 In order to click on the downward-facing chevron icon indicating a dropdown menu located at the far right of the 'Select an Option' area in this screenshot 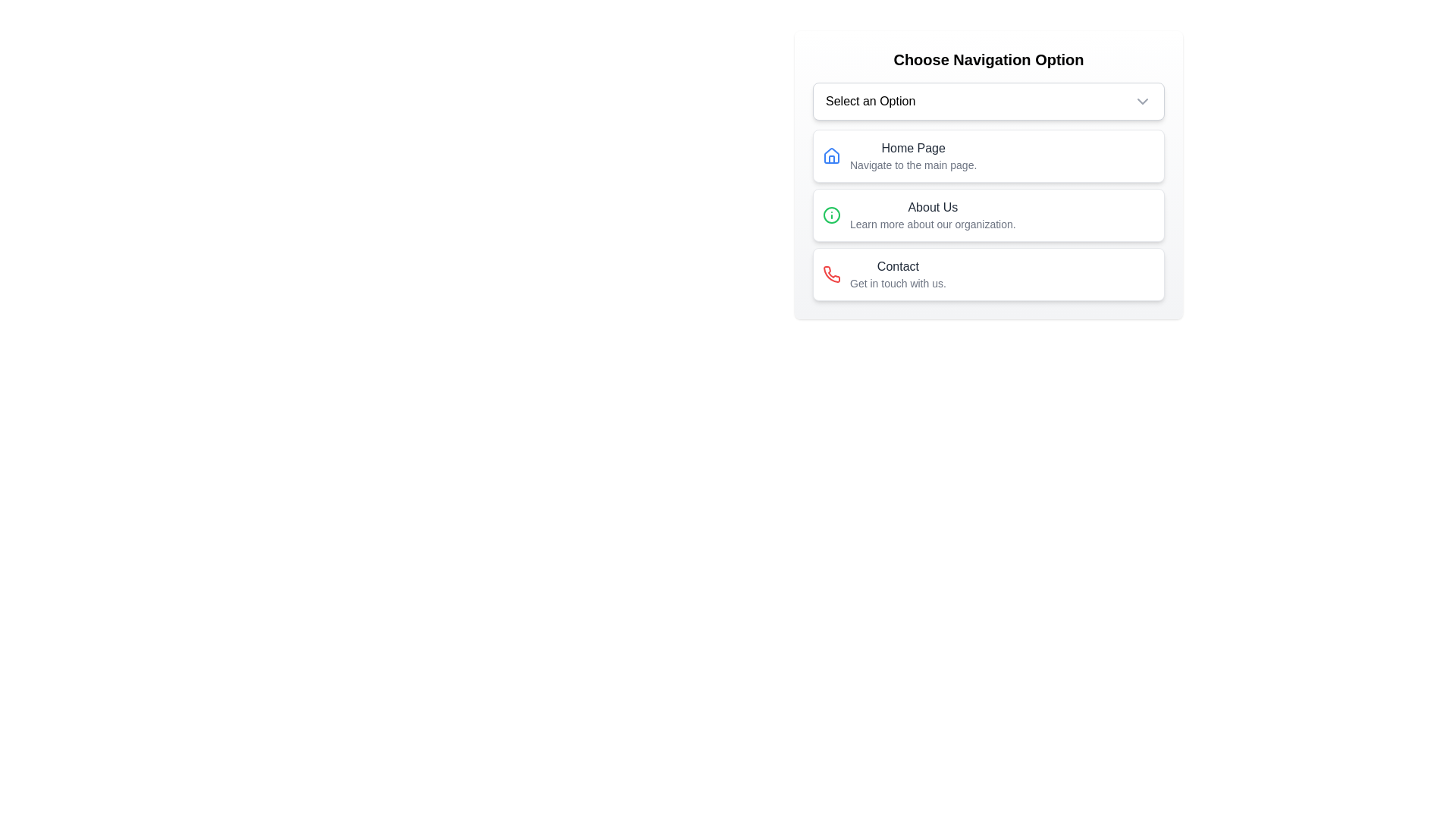, I will do `click(1143, 102)`.